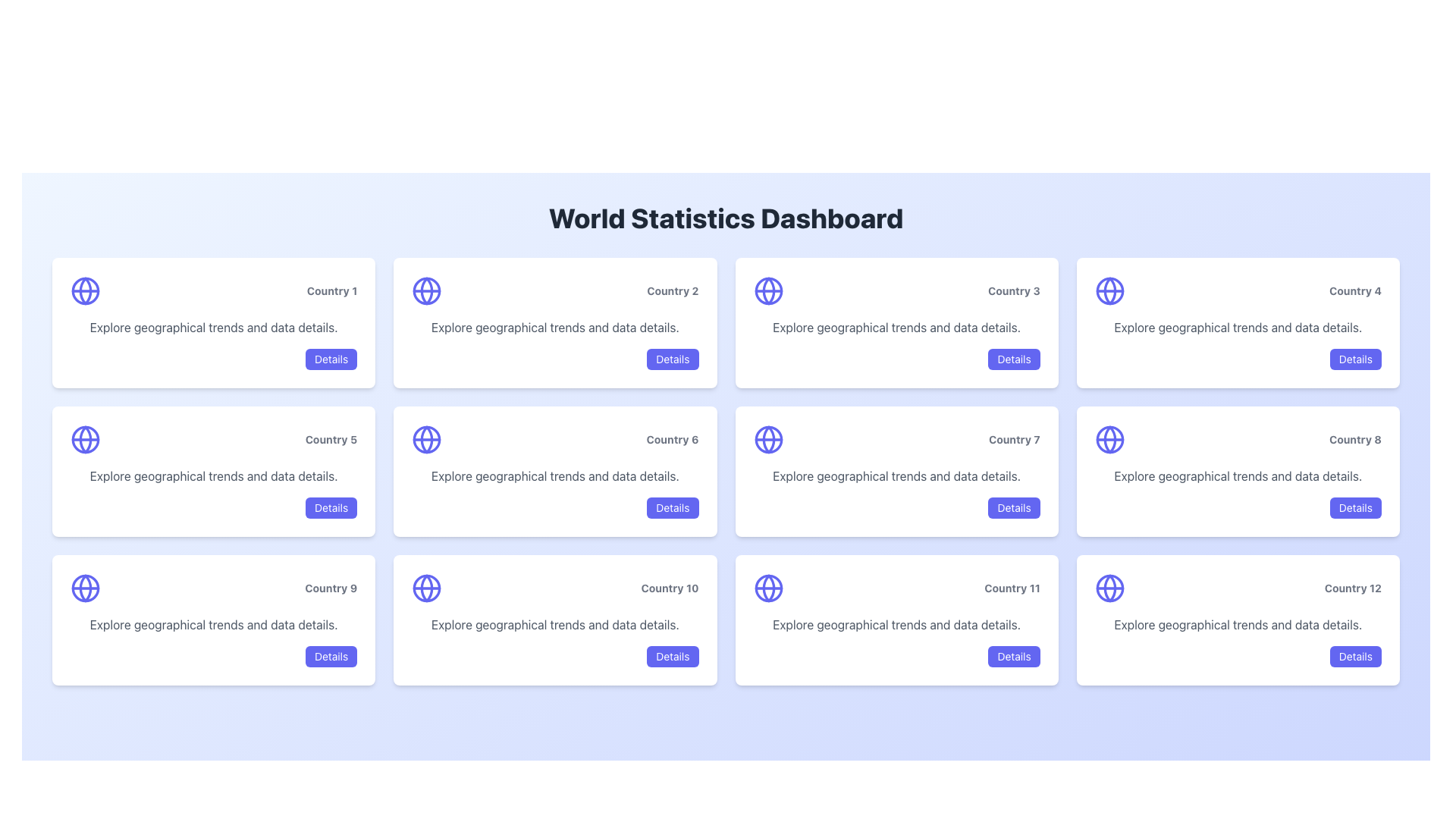  Describe the element at coordinates (896, 322) in the screenshot. I see `the interactive card displaying information about 'Country 3'` at that location.